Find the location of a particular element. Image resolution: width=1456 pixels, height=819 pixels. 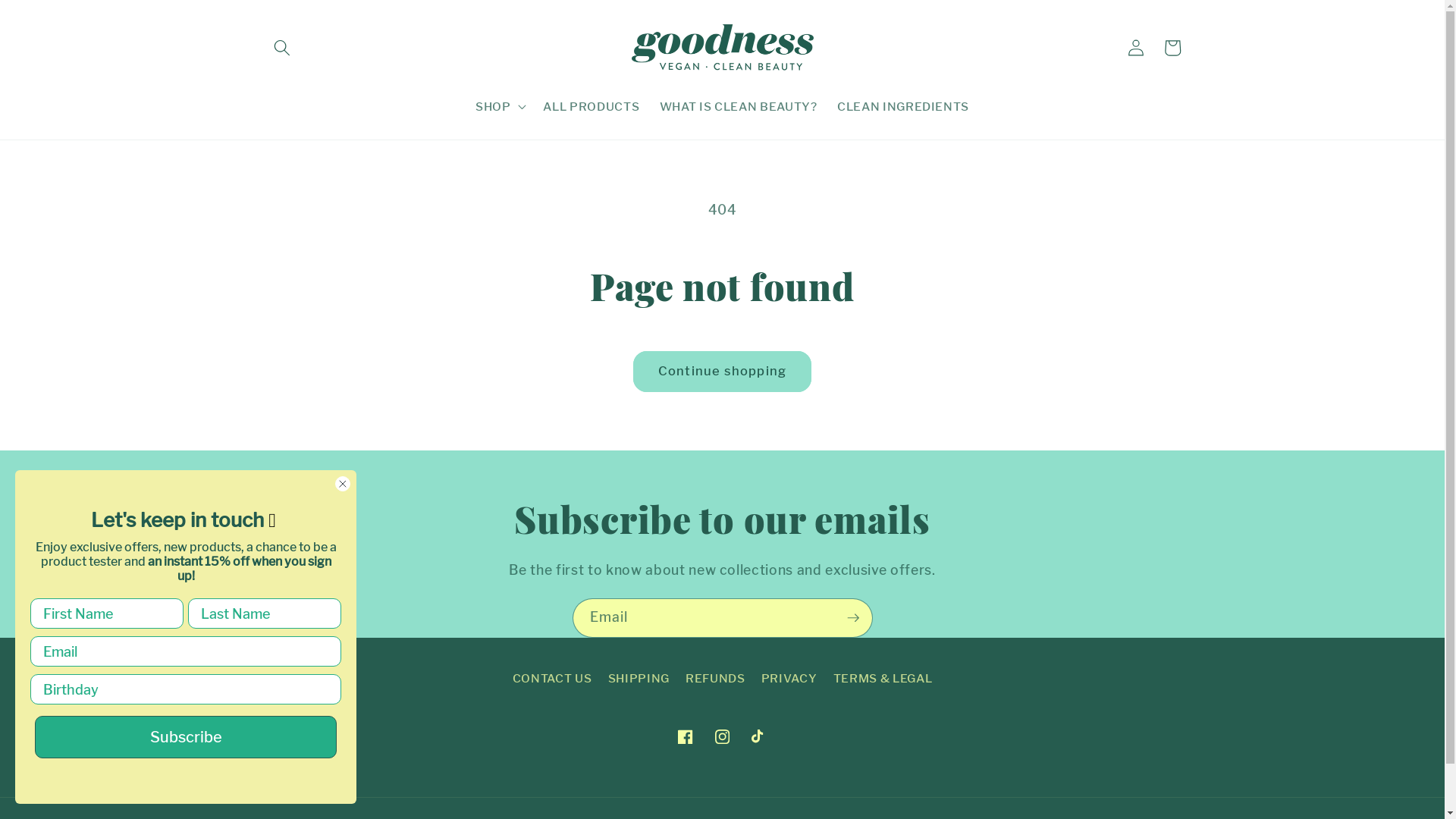

'PRIVACY' is located at coordinates (789, 678).